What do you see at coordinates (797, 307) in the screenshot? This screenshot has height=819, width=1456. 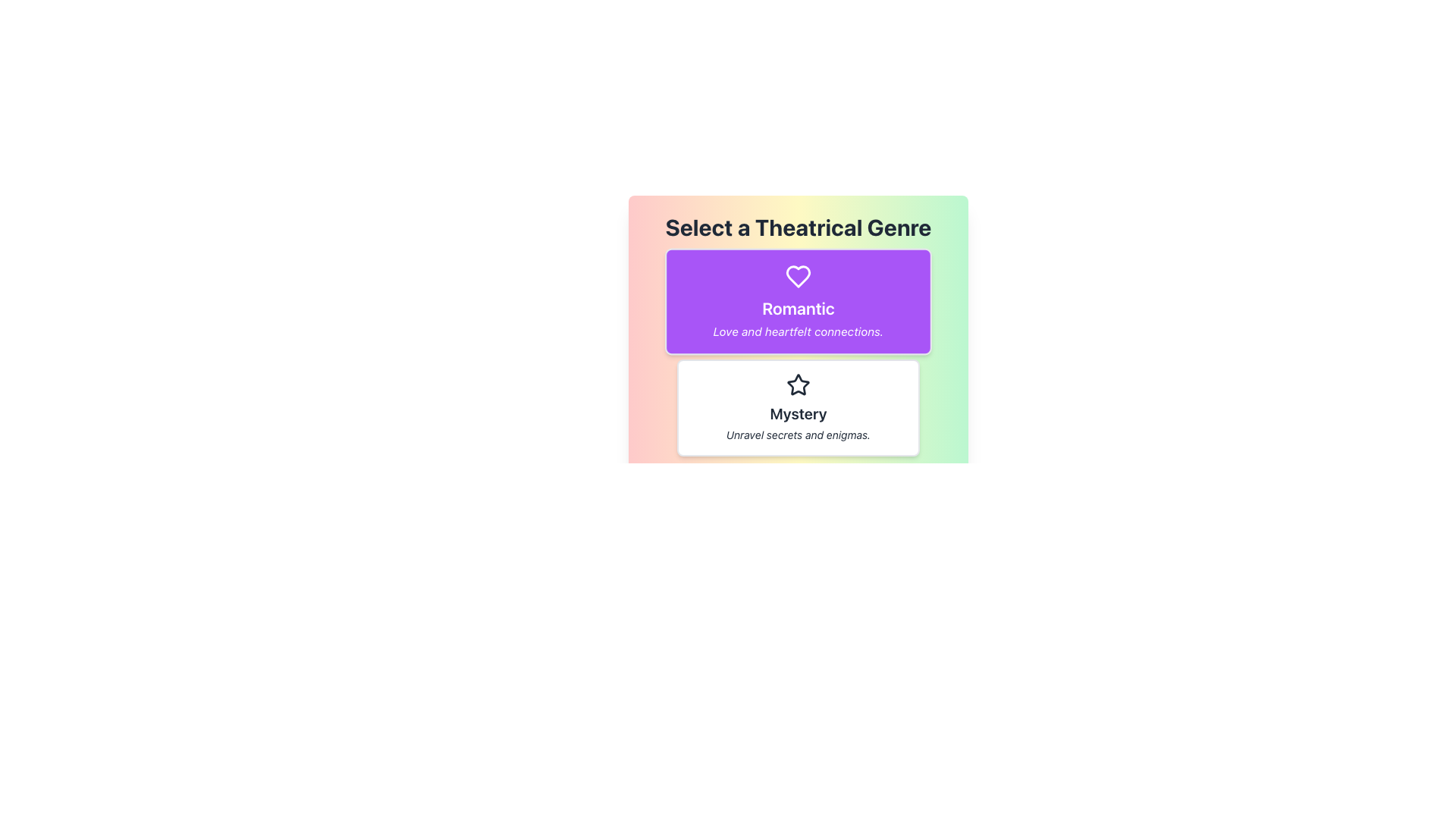 I see `the bold text label reading 'Romantic' which is centrally located within a purple card layout` at bounding box center [797, 307].